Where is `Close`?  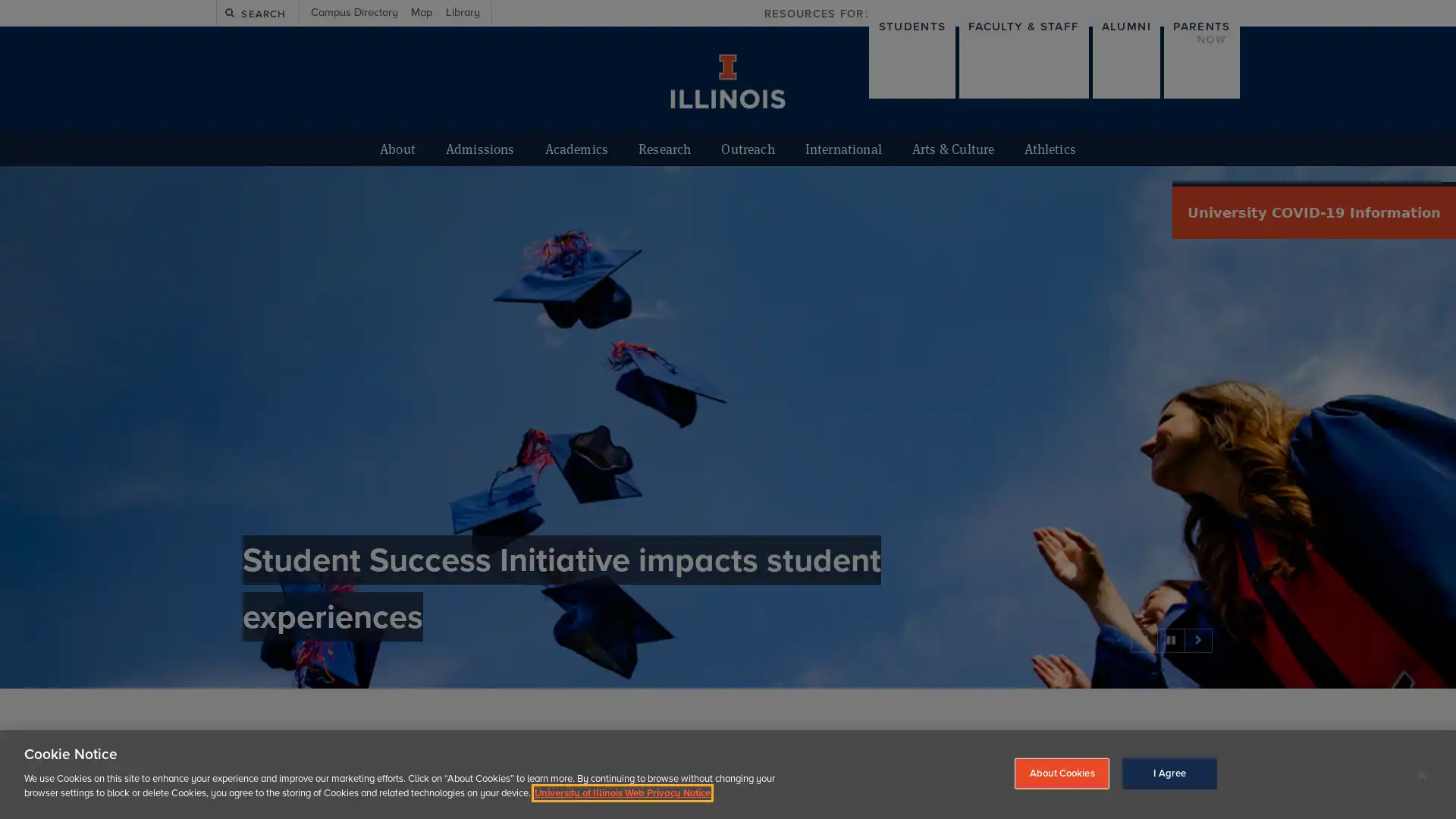
Close is located at coordinates (1420, 774).